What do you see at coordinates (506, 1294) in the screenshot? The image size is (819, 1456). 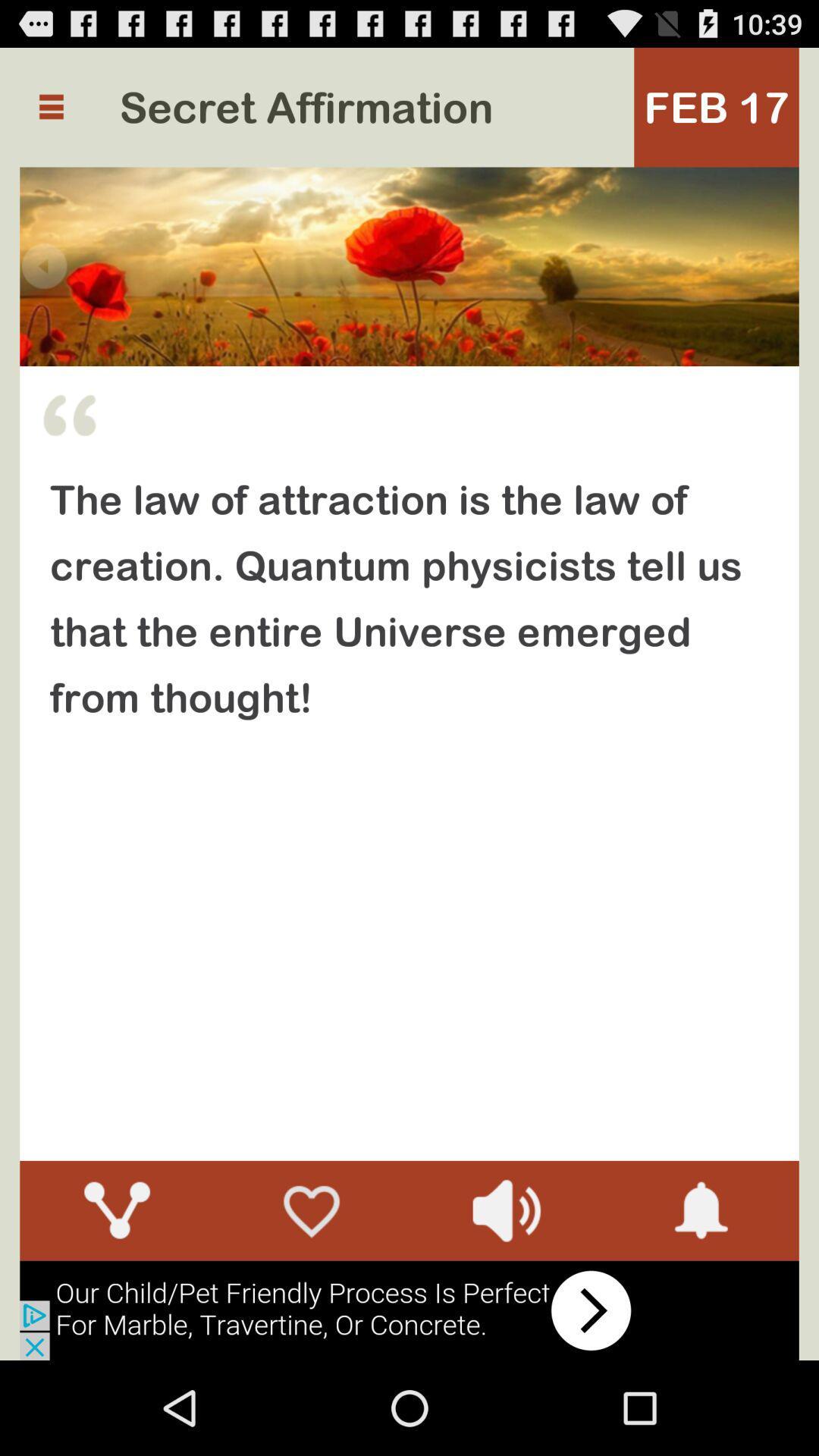 I see `the volume icon` at bounding box center [506, 1294].